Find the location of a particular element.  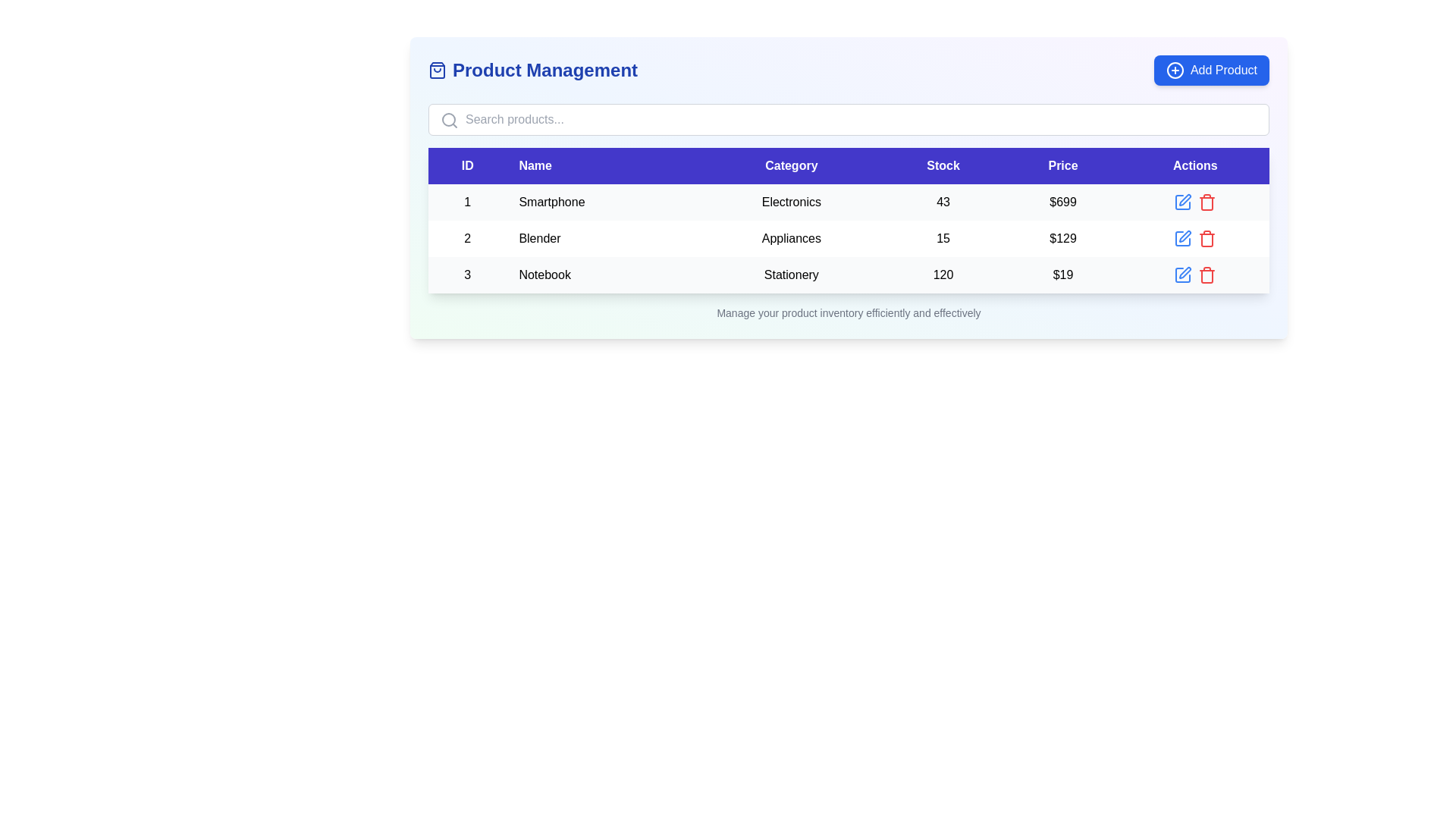

the static text displaying the price '$699' in the 'Price' column of the 'Smartphone' row in the table is located at coordinates (1062, 201).